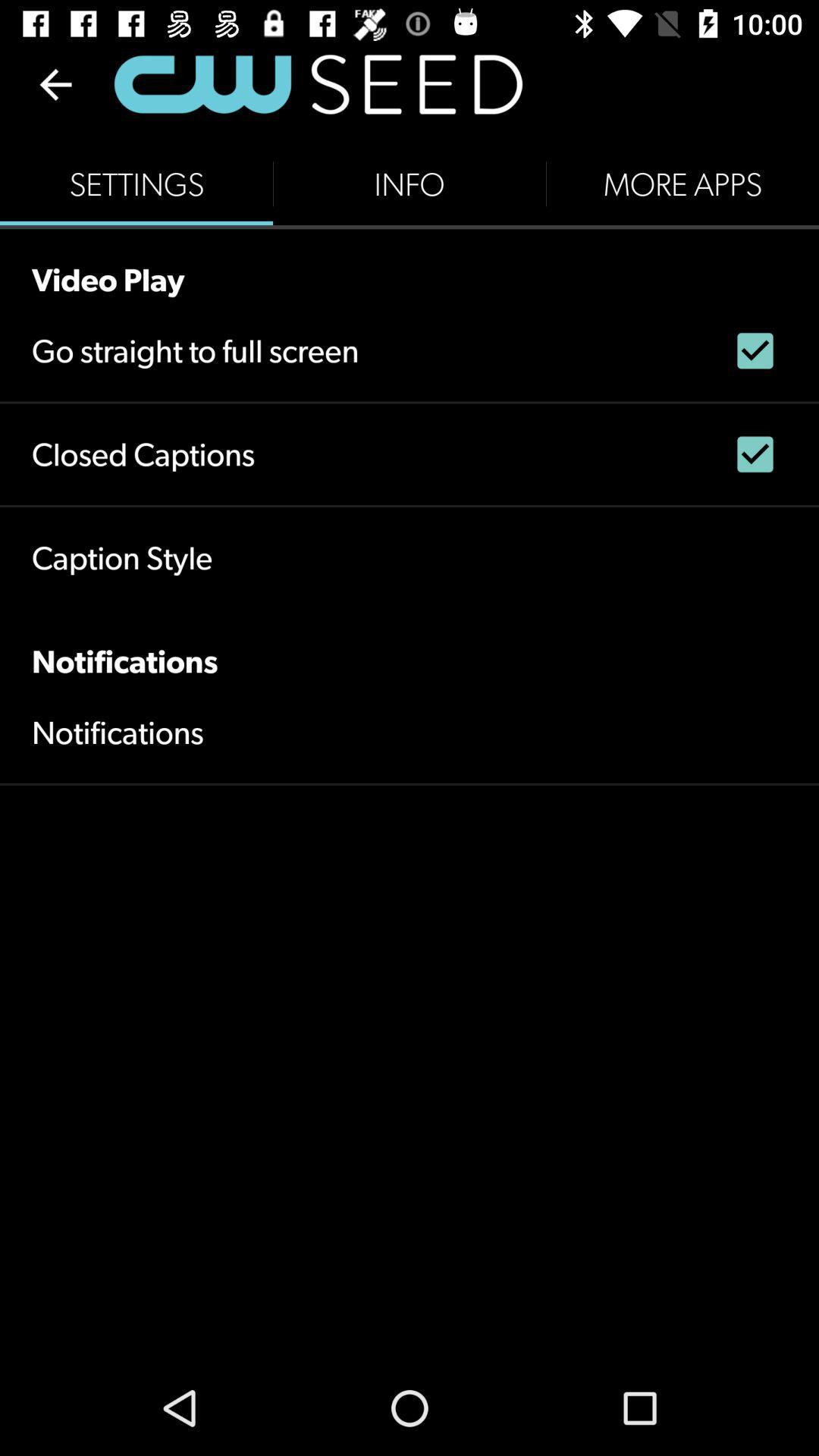 The width and height of the screenshot is (819, 1456). What do you see at coordinates (409, 263) in the screenshot?
I see `the icon below settings icon` at bounding box center [409, 263].